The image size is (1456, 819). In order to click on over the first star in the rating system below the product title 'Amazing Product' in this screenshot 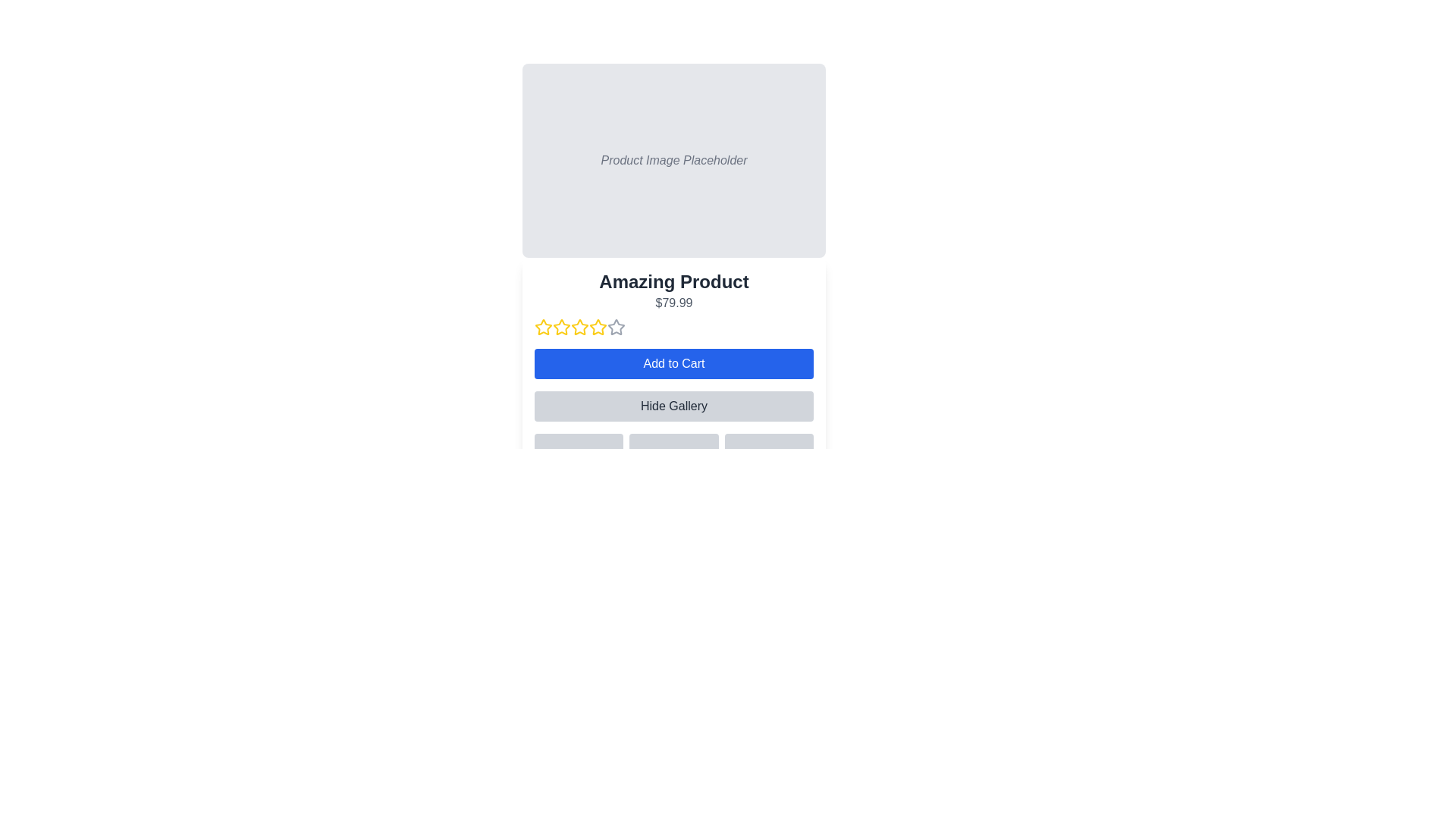, I will do `click(543, 326)`.